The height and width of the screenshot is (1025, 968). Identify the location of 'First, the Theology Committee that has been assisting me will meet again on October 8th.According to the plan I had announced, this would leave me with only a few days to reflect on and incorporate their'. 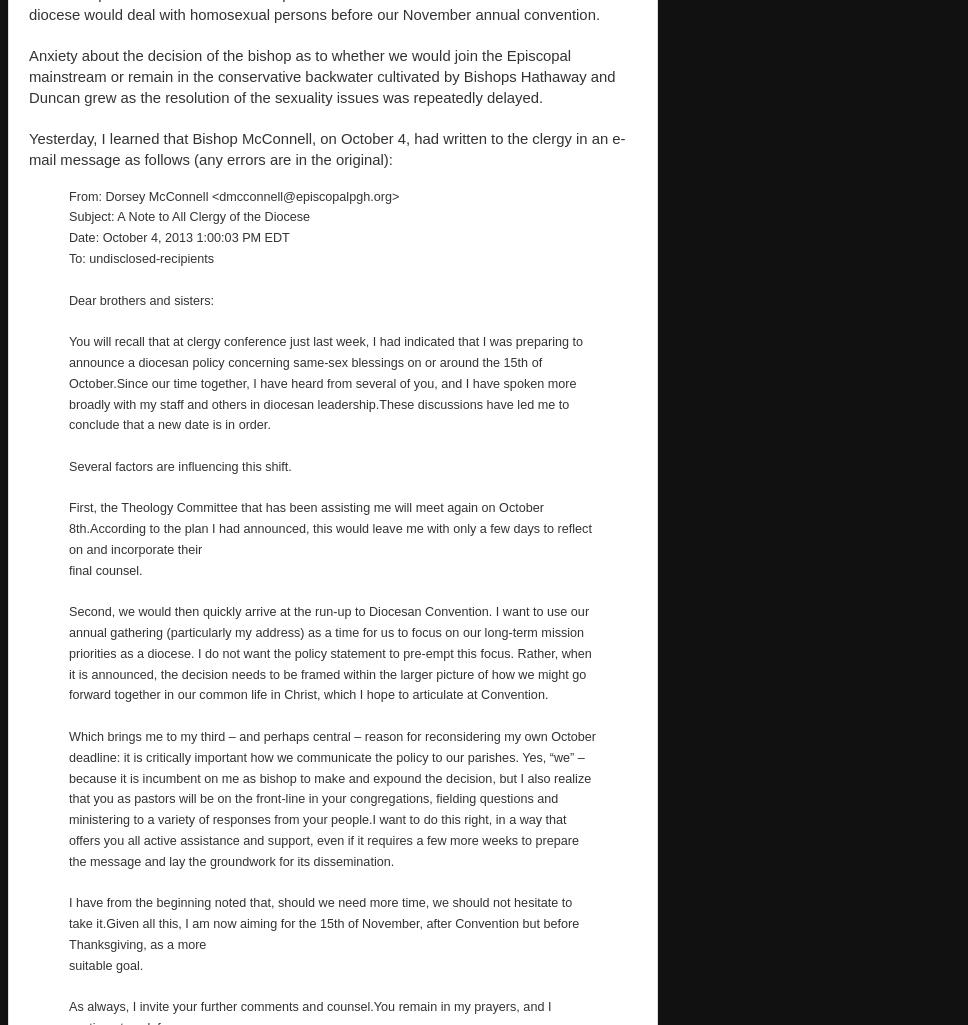
(329, 527).